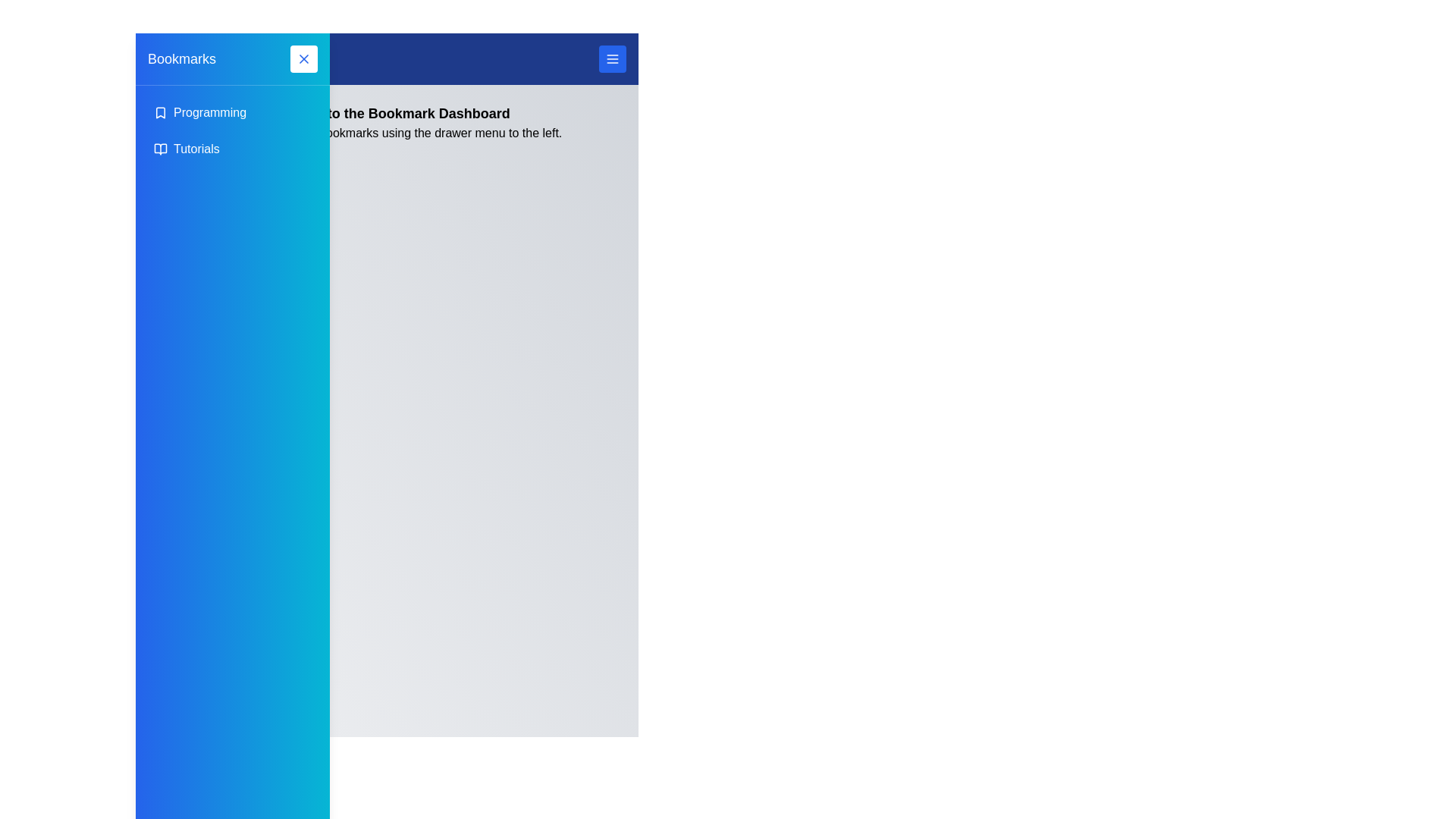 The image size is (1456, 819). Describe the element at coordinates (612, 58) in the screenshot. I see `the menu icon button located in the top-right corner of the navigation panel` at that location.